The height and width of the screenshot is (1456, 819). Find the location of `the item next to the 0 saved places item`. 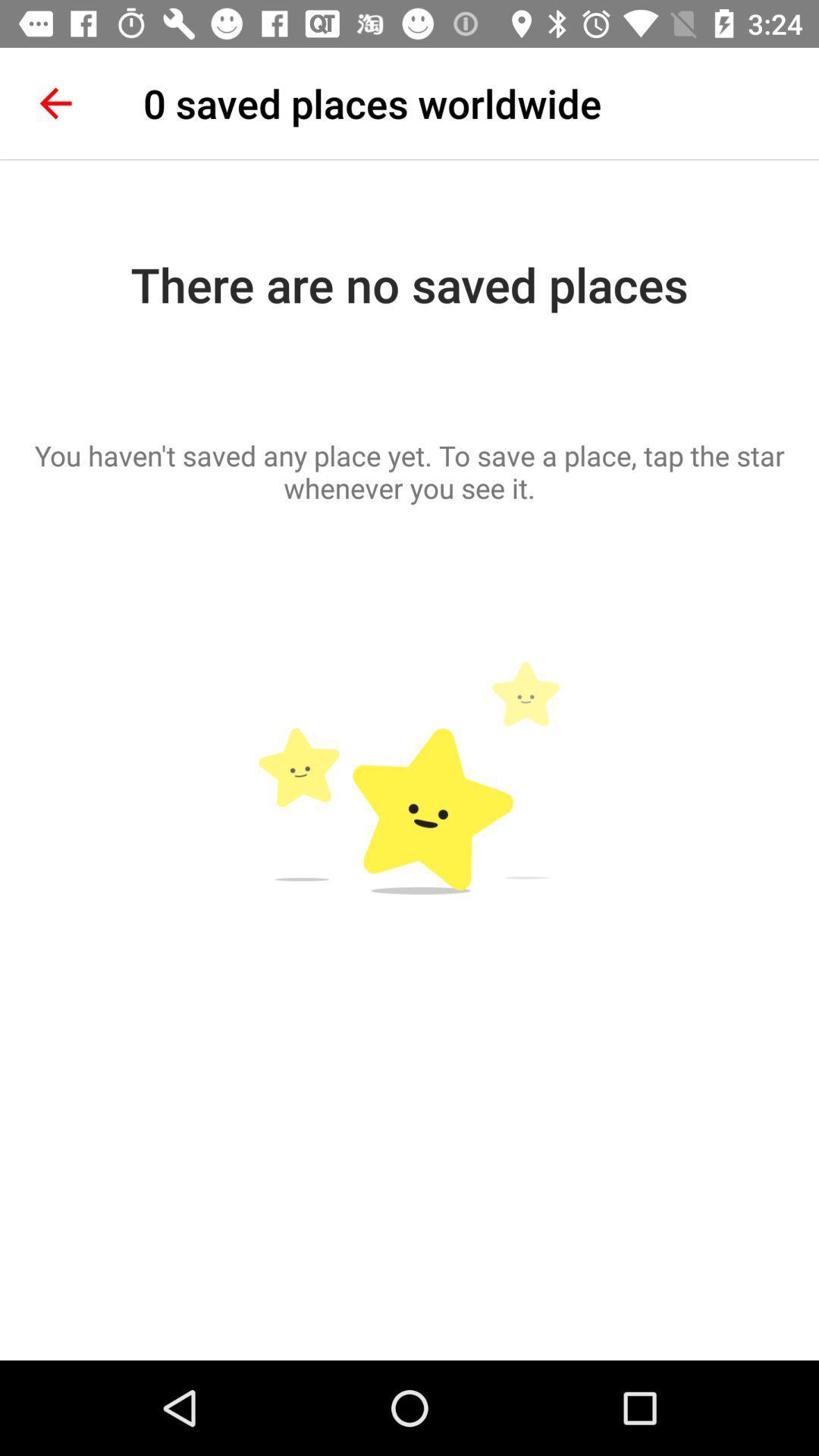

the item next to the 0 saved places item is located at coordinates (55, 102).